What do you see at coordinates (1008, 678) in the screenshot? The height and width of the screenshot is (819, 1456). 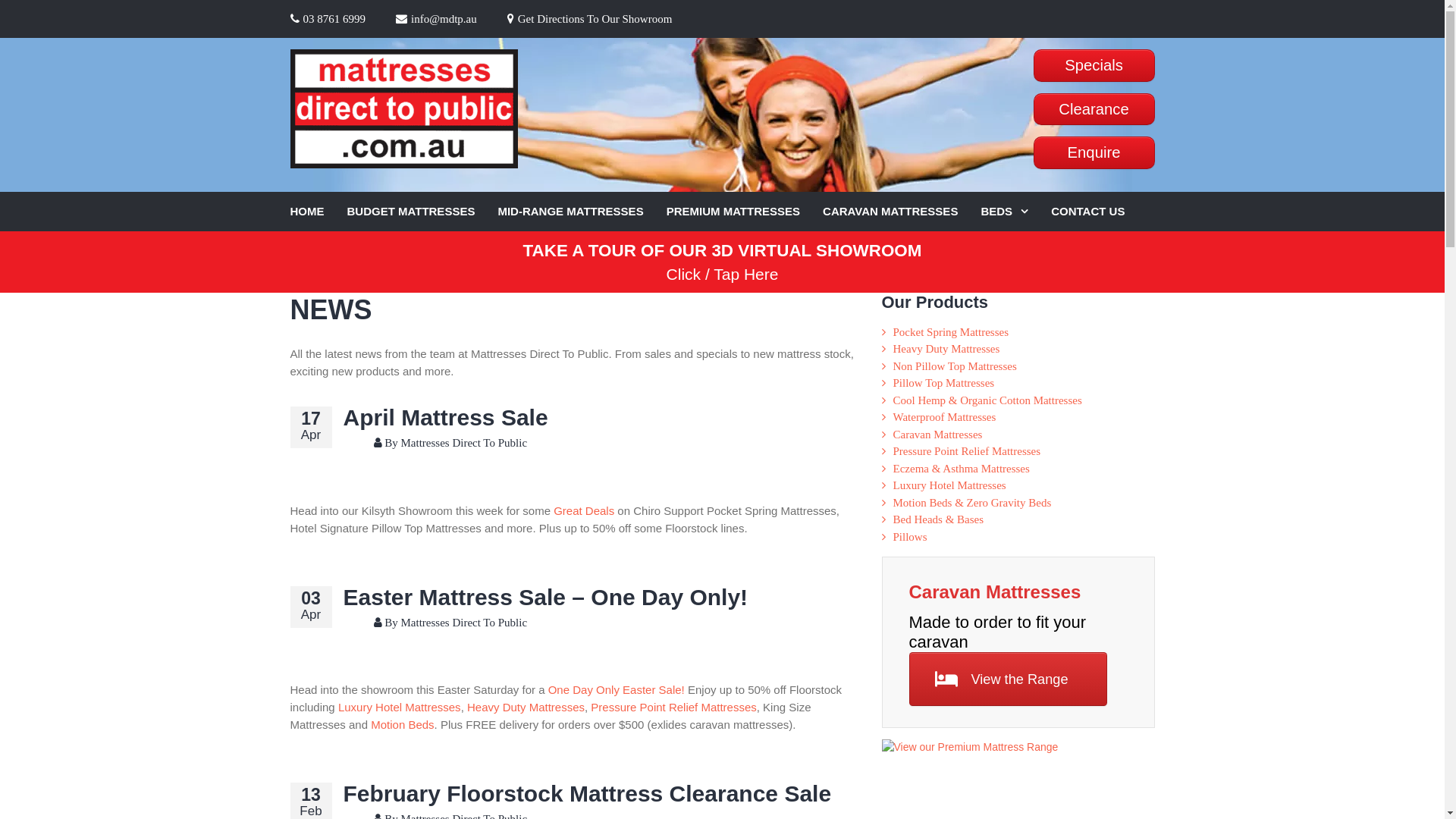 I see `'View the Range'` at bounding box center [1008, 678].